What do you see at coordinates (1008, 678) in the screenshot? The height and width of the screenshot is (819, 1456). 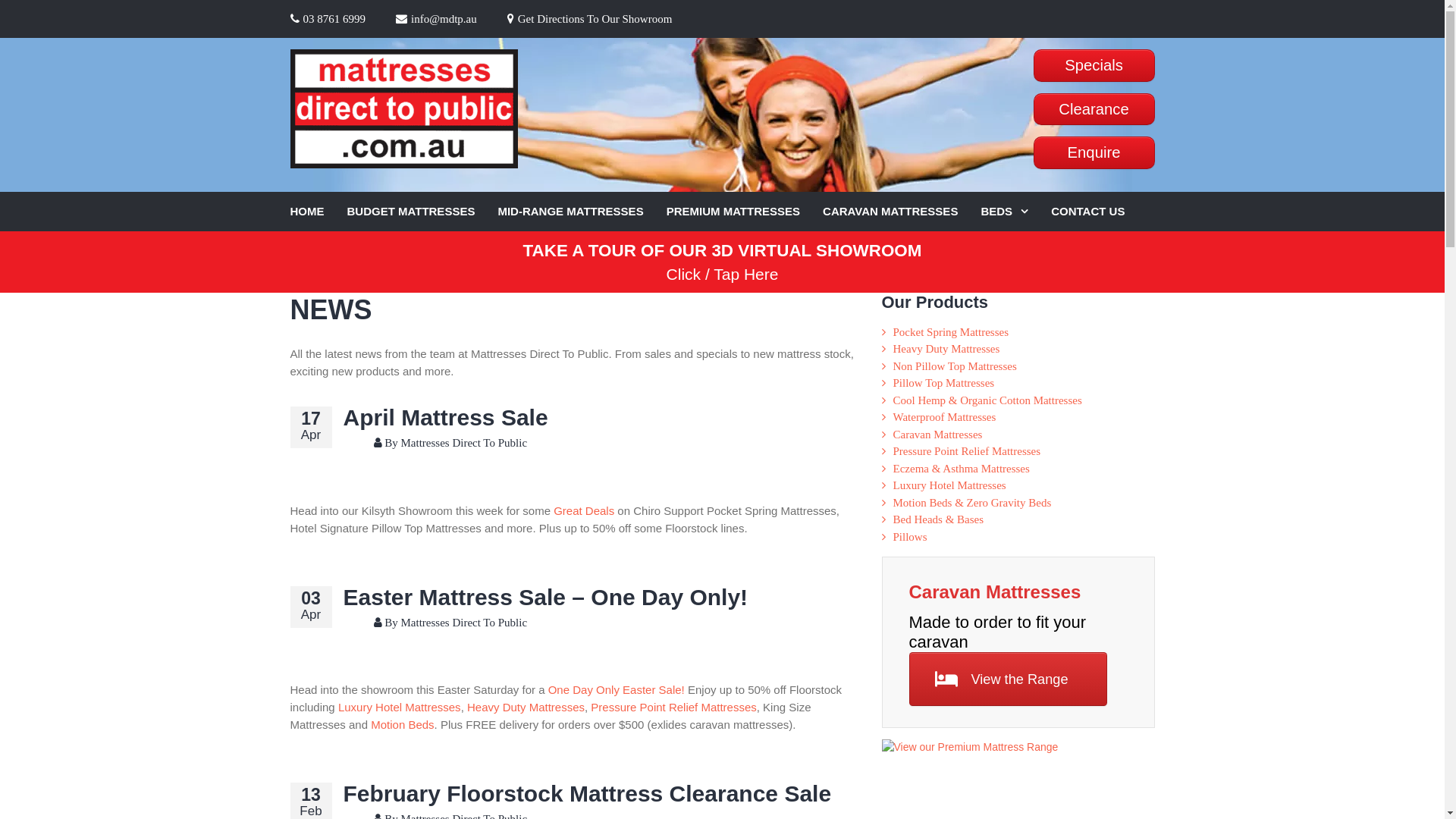 I see `'View the Range'` at bounding box center [1008, 678].